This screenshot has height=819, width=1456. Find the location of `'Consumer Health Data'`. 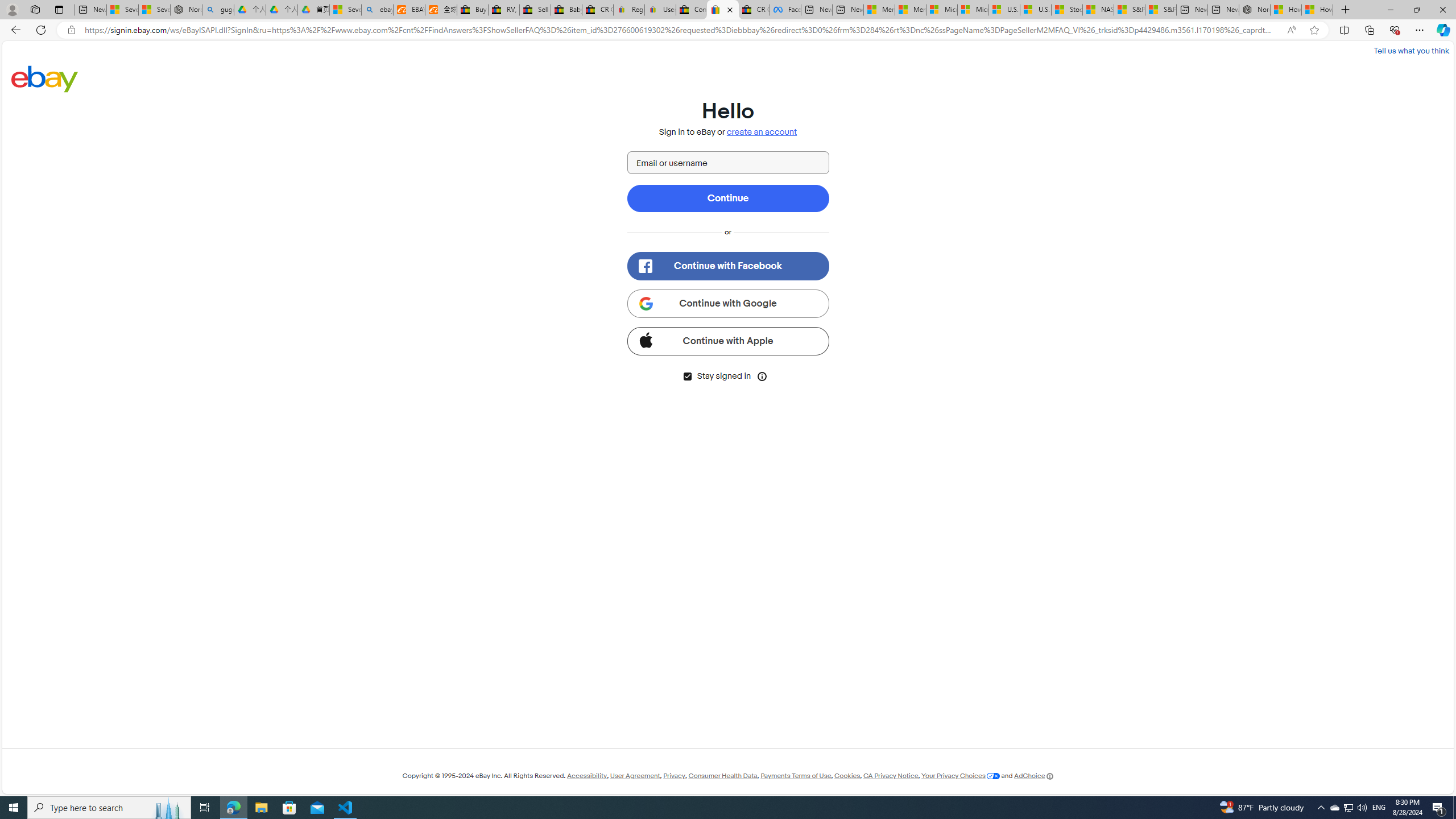

'Consumer Health Data' is located at coordinates (723, 775).